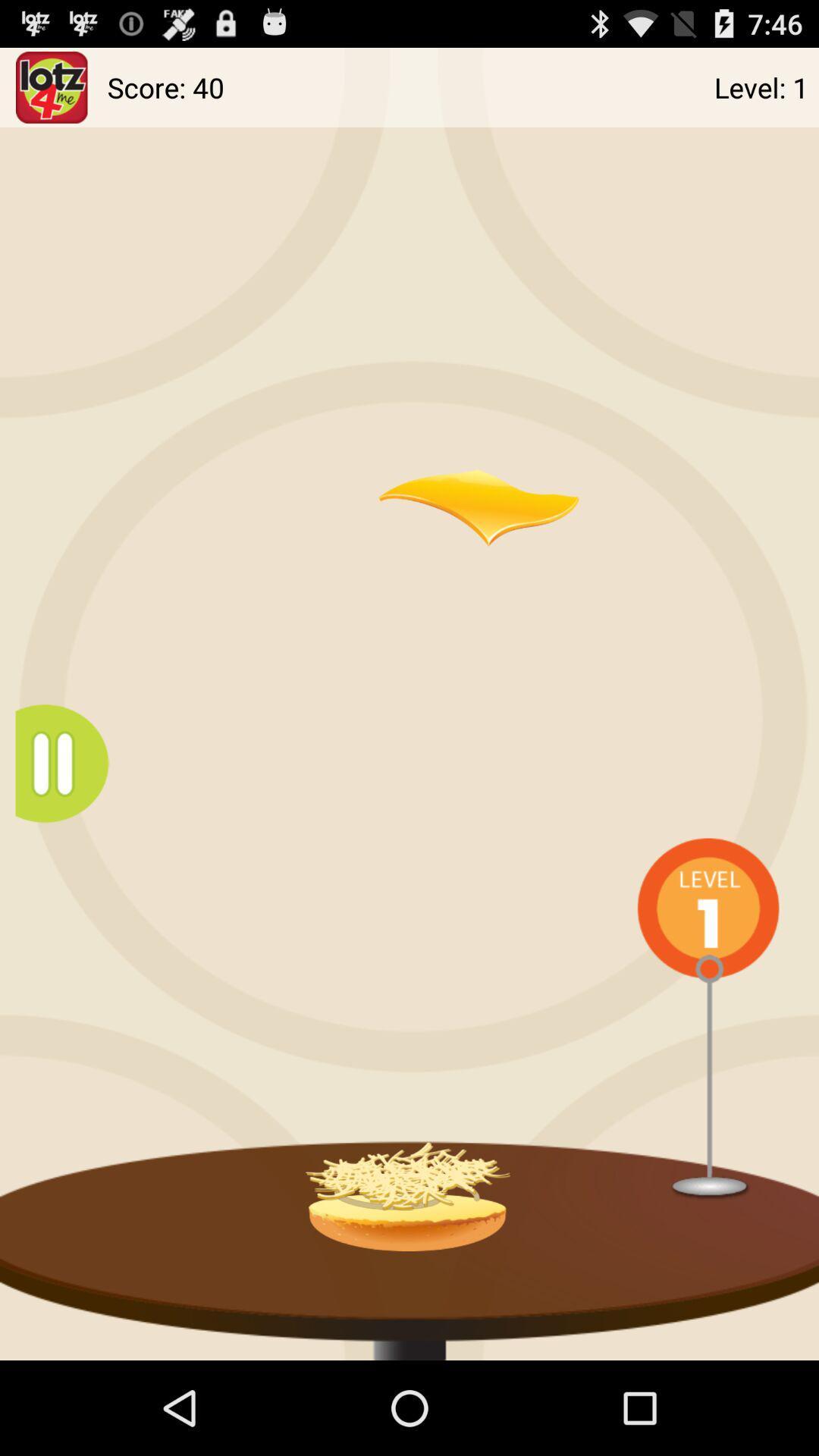  Describe the element at coordinates (51, 86) in the screenshot. I see `the item next to score: 40 app` at that location.